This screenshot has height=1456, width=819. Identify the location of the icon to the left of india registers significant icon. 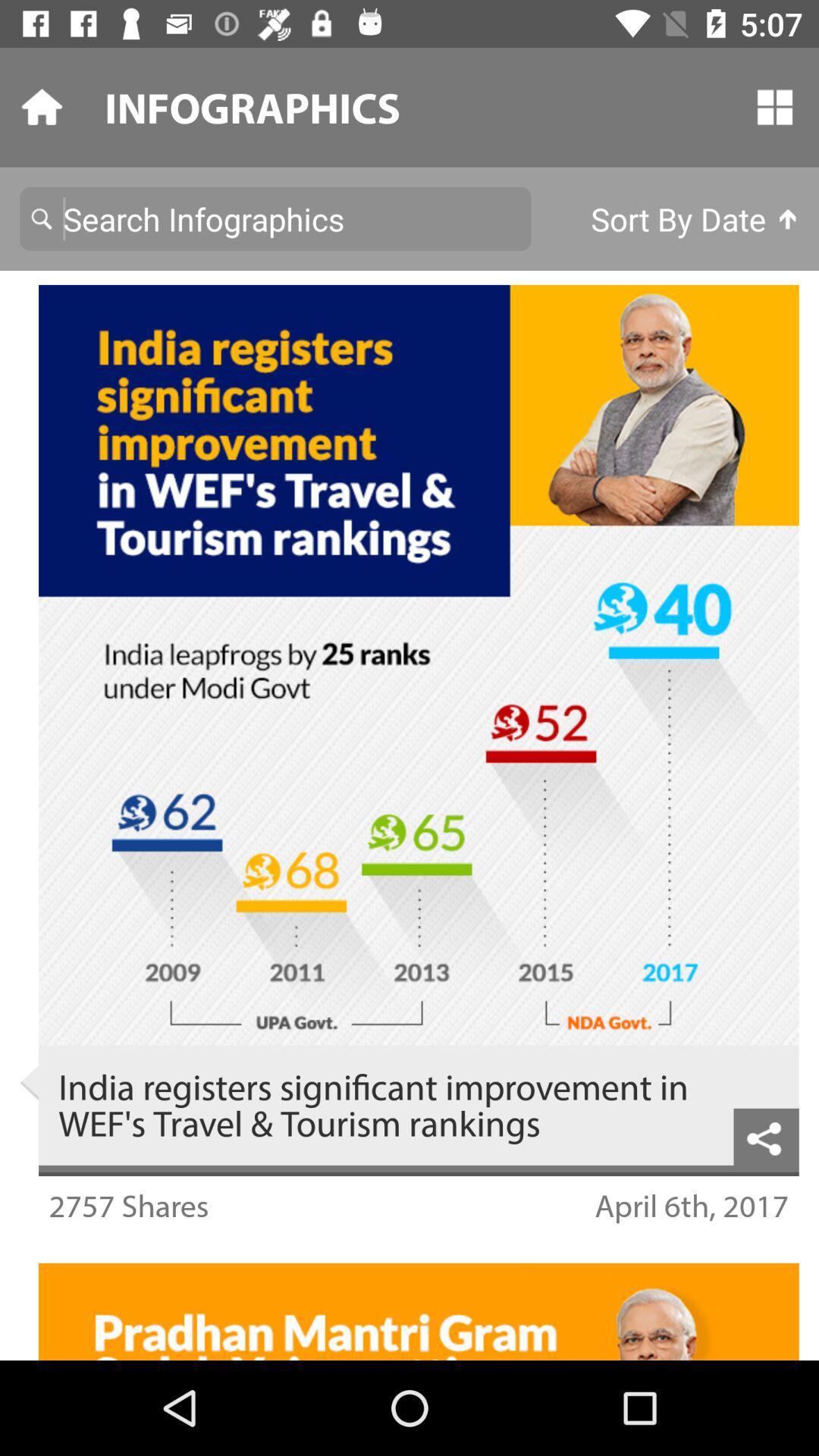
(29, 1082).